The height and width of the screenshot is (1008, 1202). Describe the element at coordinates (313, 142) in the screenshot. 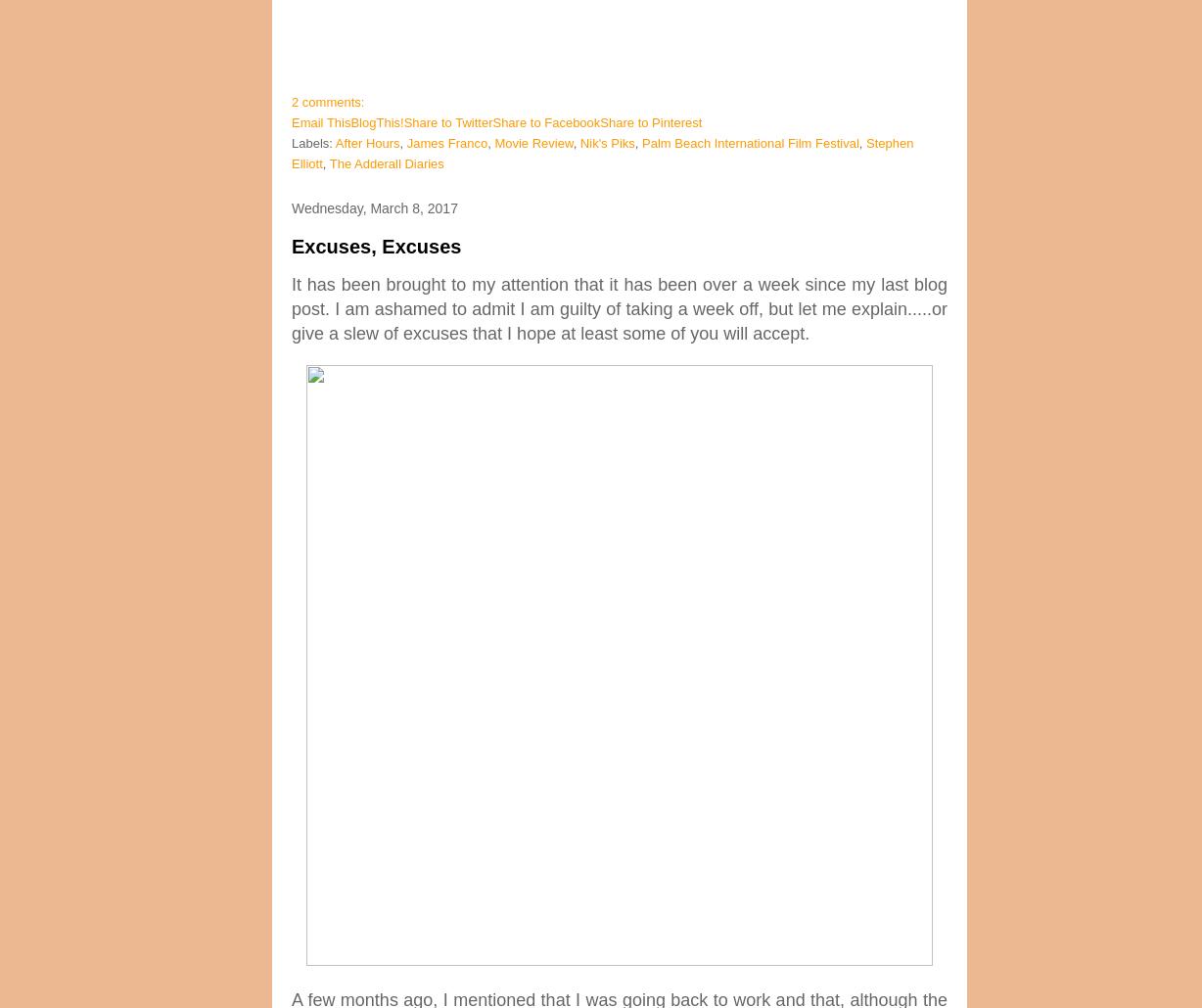

I see `'Labels:'` at that location.